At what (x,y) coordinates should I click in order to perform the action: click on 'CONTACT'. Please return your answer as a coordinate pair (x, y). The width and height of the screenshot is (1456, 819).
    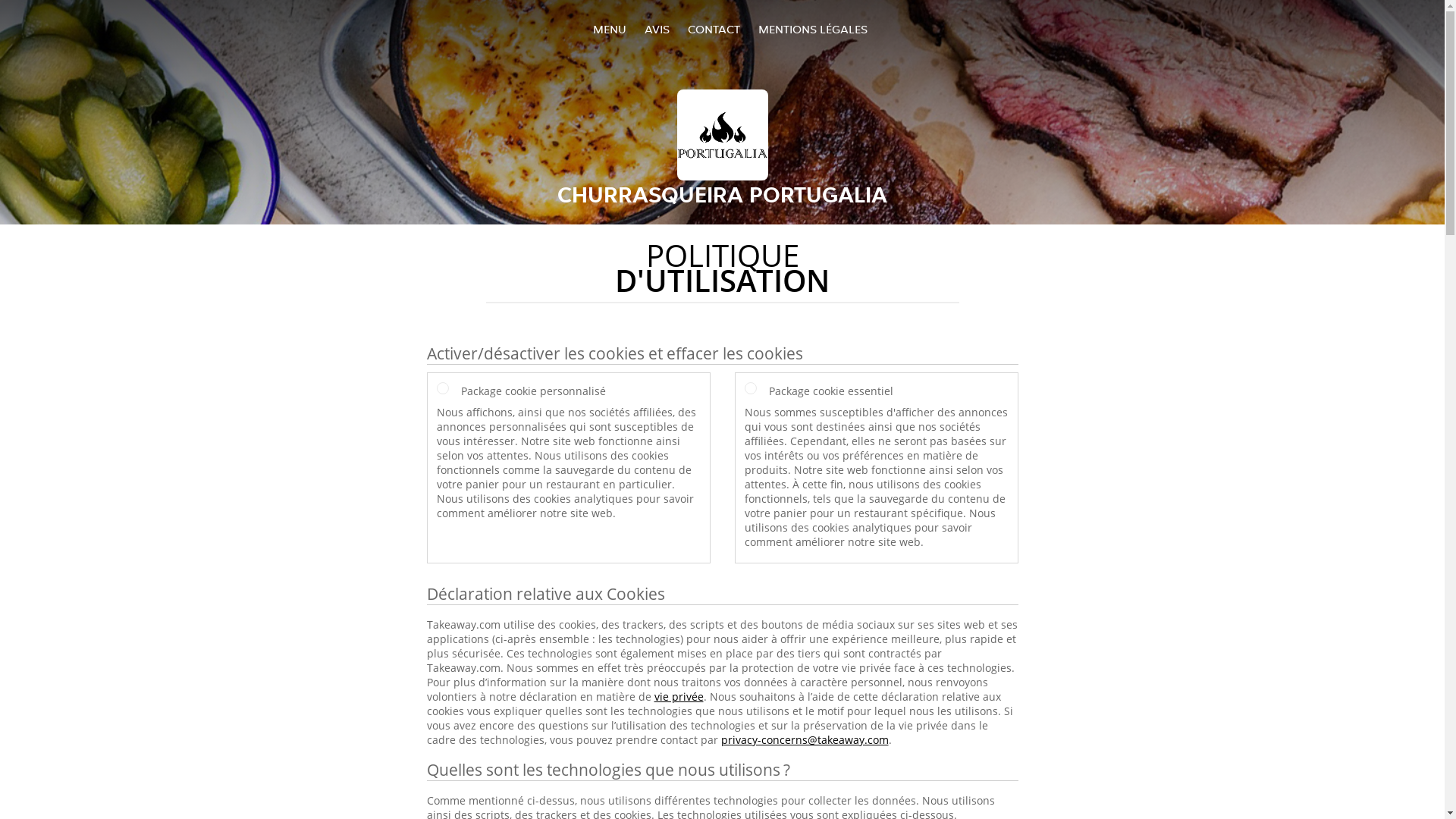
    Looking at the image, I should click on (712, 29).